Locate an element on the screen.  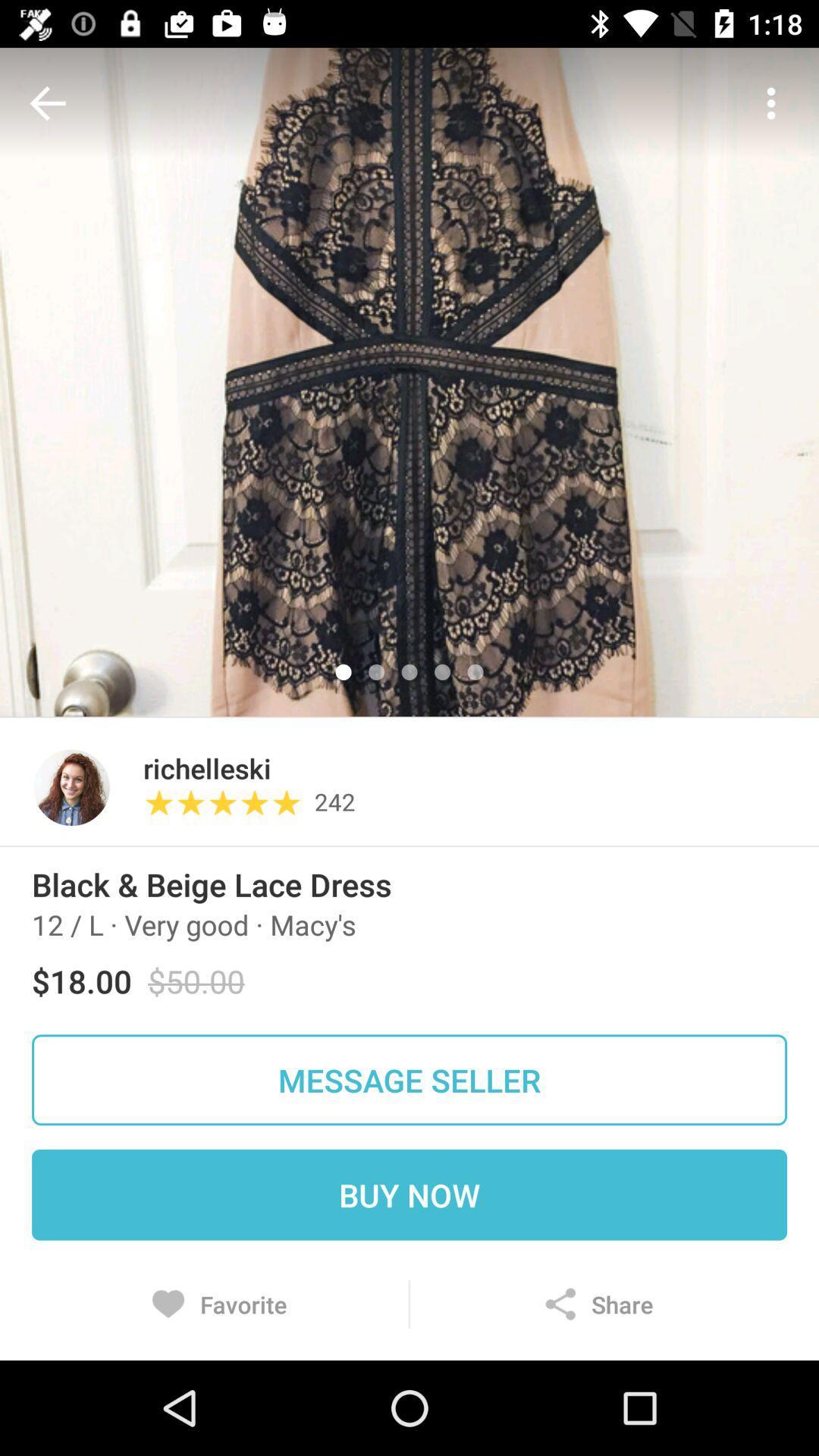
the item below black beige lace is located at coordinates (193, 924).